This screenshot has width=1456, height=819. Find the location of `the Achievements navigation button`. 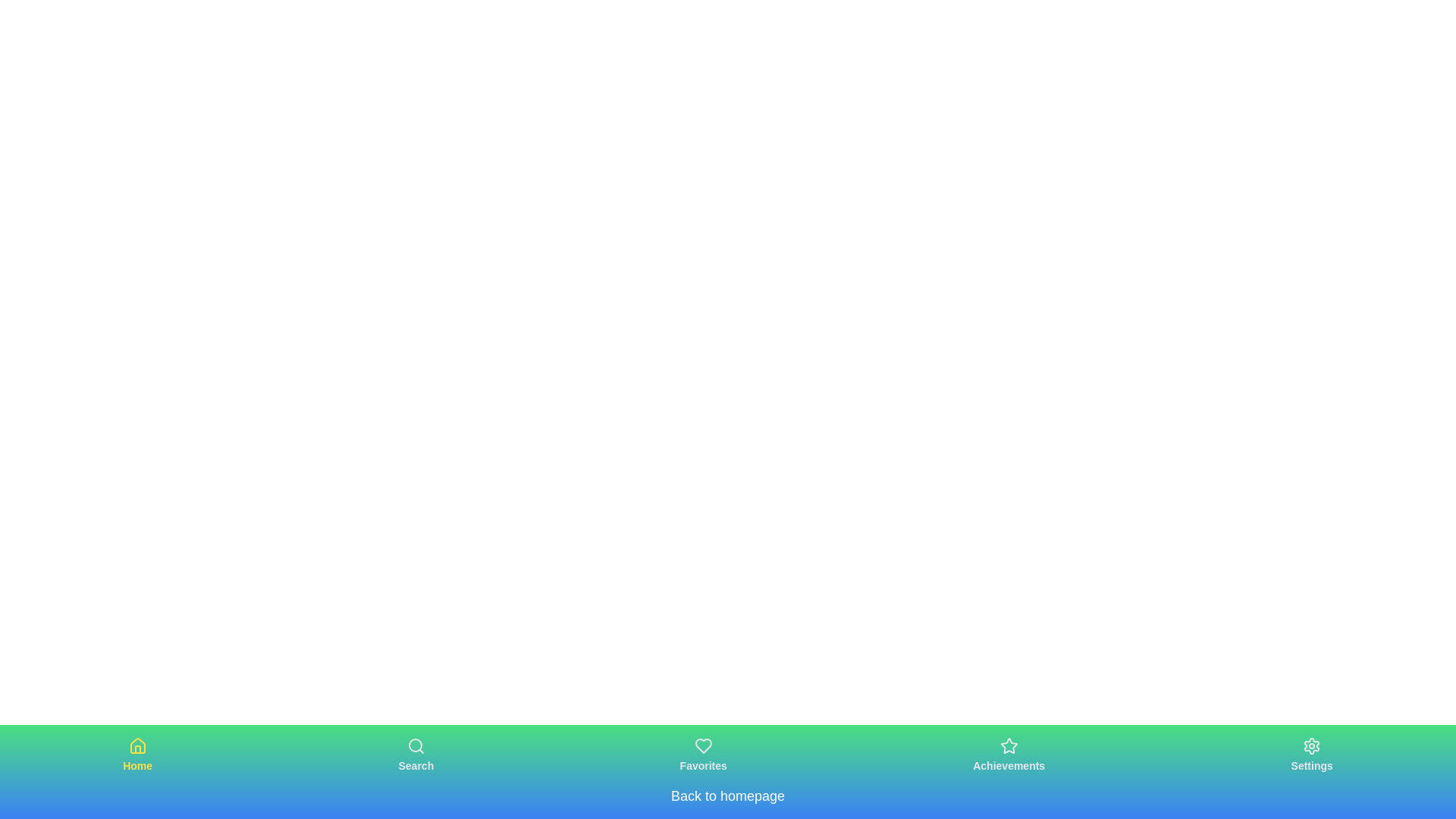

the Achievements navigation button is located at coordinates (1009, 755).